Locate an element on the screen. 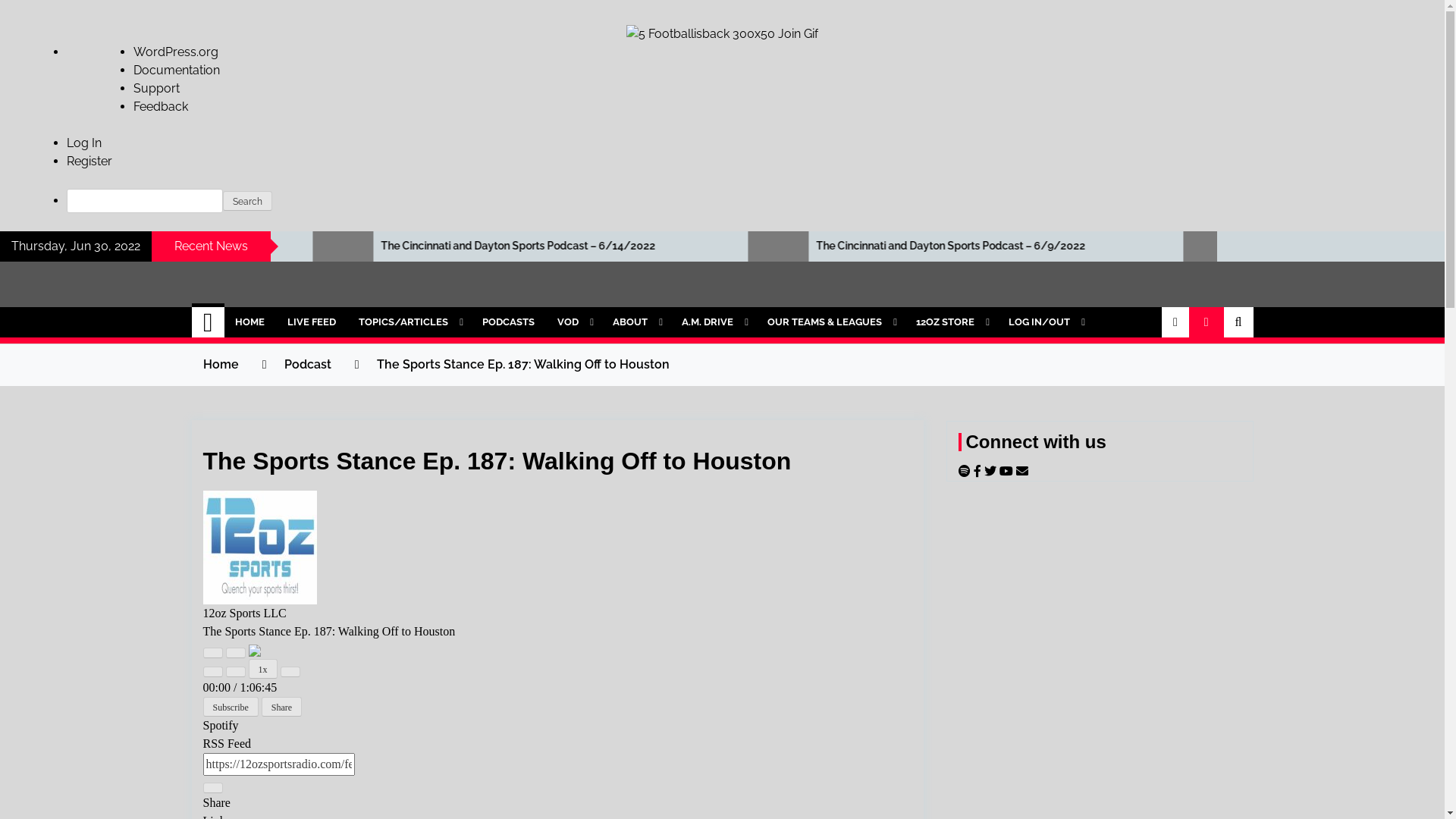 The height and width of the screenshot is (819, 1456). 'OUR TEAMS & LEAGUES' is located at coordinates (829, 321).